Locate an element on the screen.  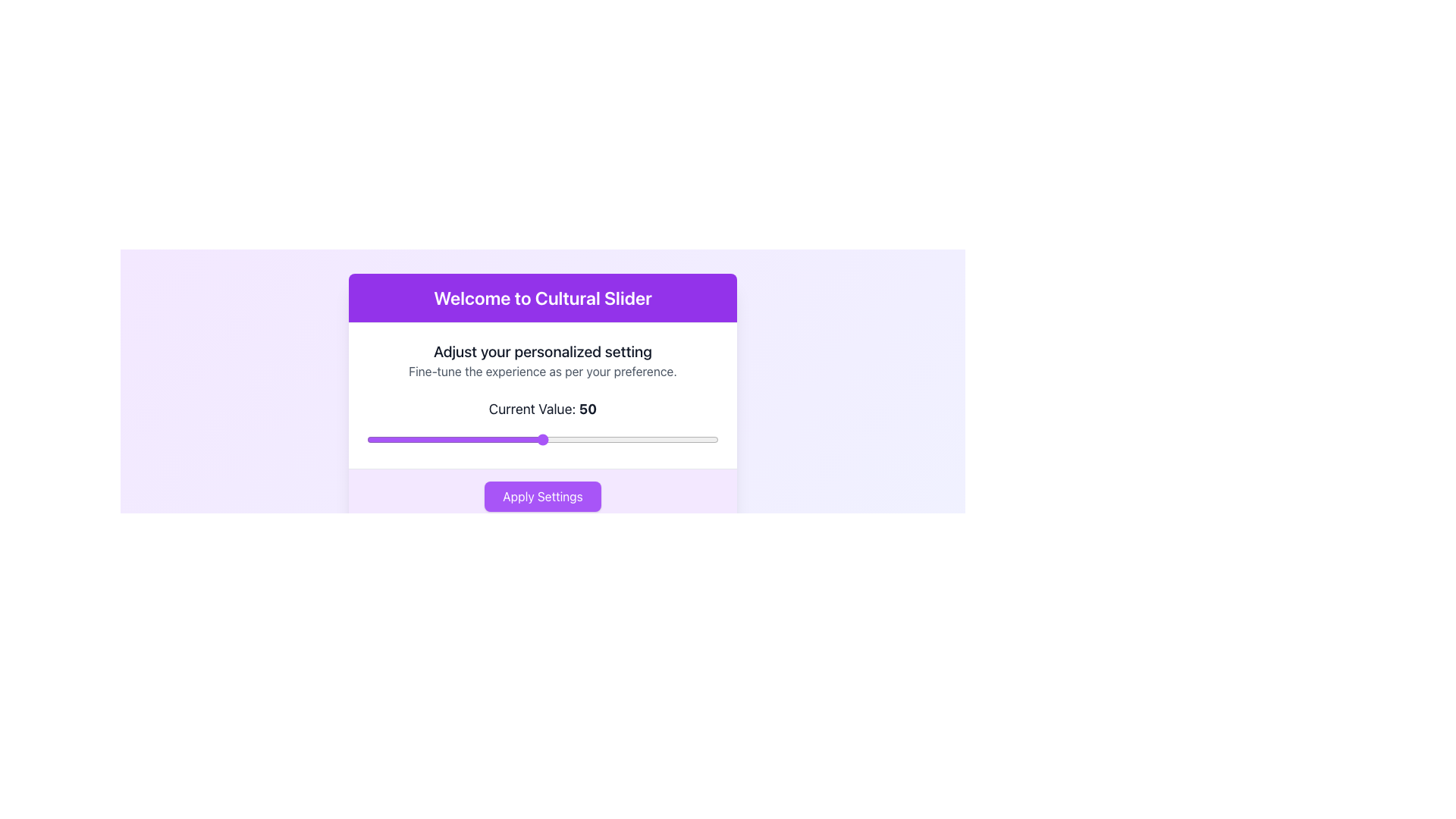
text from the welcoming header located in the purple-colored rectangular banner at the top of the white content panel is located at coordinates (542, 298).